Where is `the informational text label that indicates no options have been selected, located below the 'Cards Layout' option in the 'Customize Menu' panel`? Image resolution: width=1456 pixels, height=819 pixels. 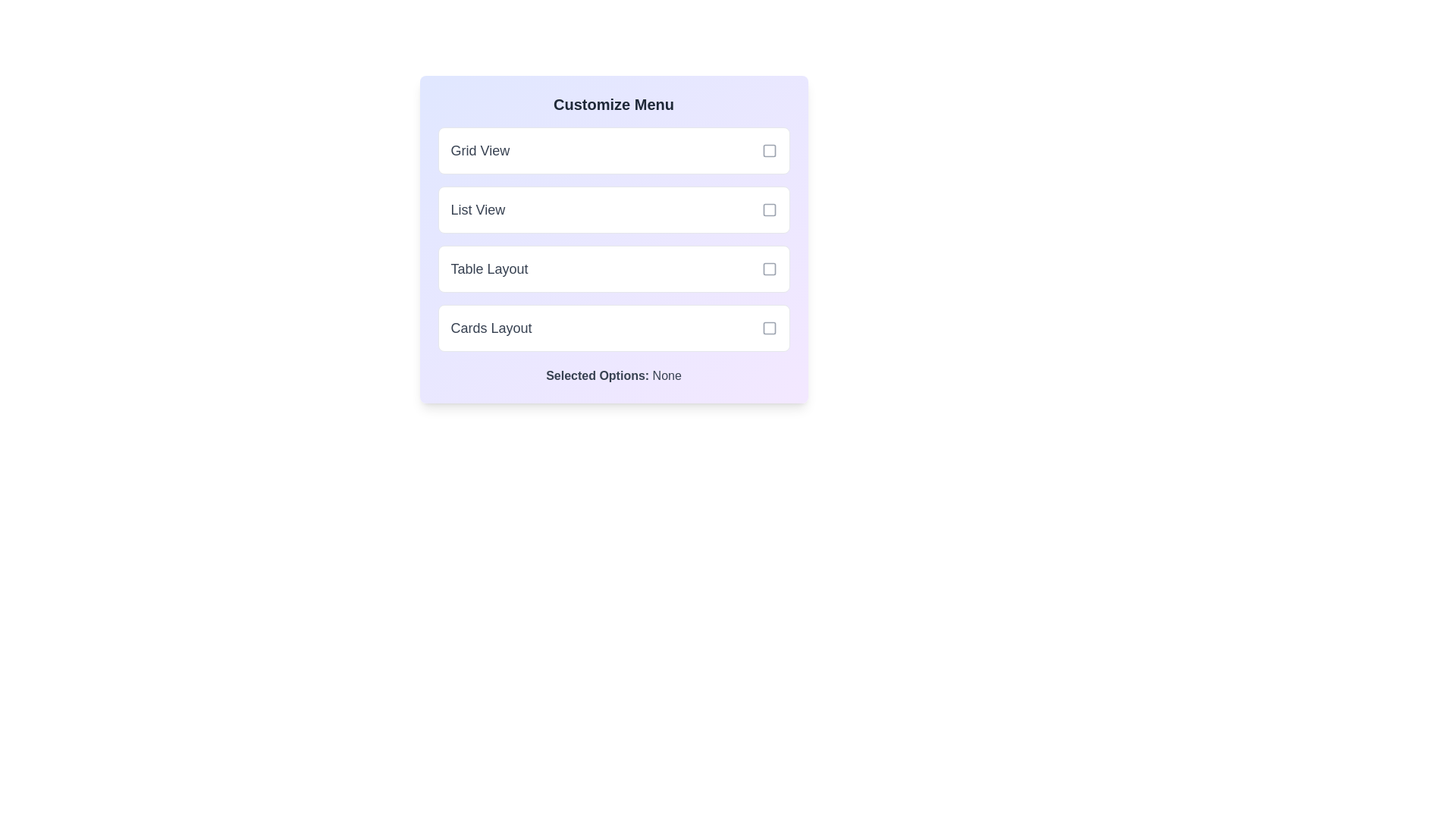
the informational text label that indicates no options have been selected, located below the 'Cards Layout' option in the 'Customize Menu' panel is located at coordinates (613, 375).